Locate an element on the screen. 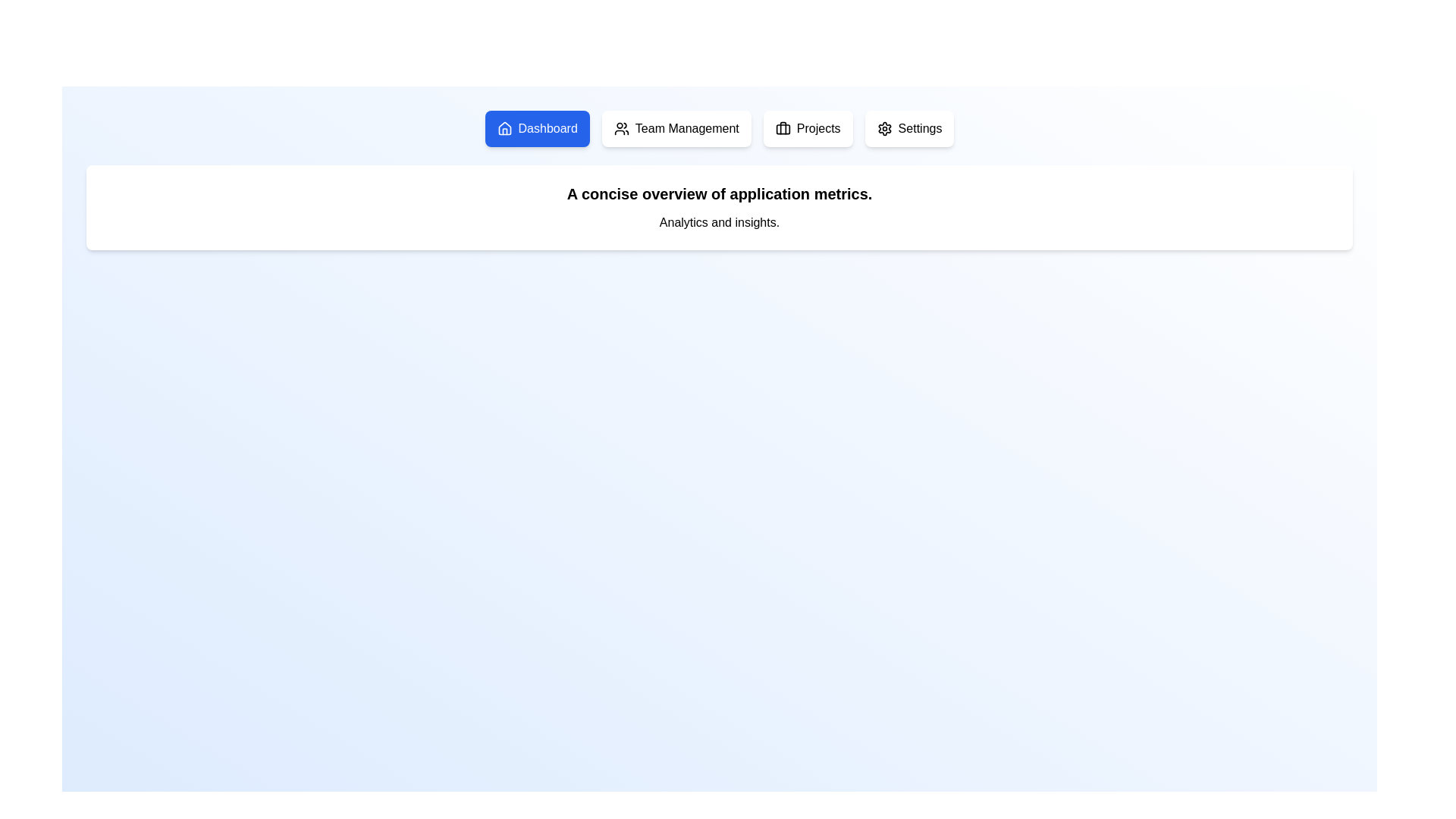 This screenshot has height=819, width=1456. the gear-shaped settings icon located in the top-right navigation area of the interface is located at coordinates (884, 127).